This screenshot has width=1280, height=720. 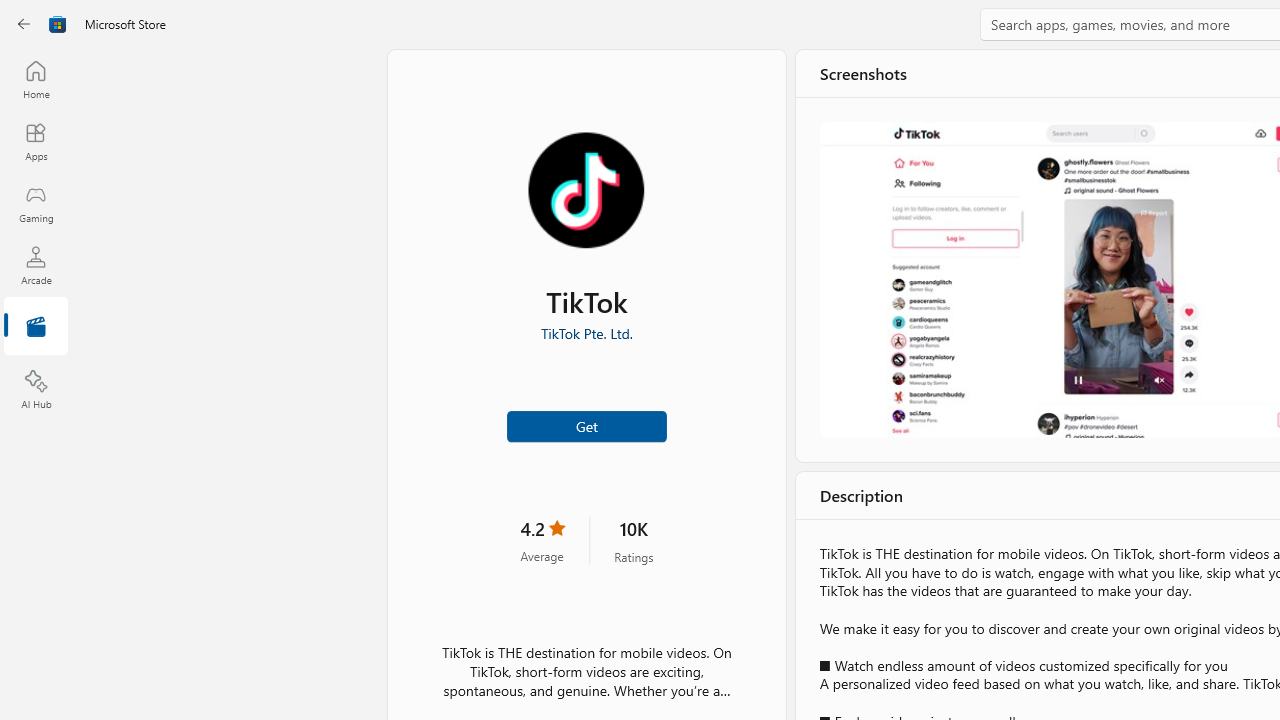 I want to click on 'AI Hub', so click(x=35, y=390).